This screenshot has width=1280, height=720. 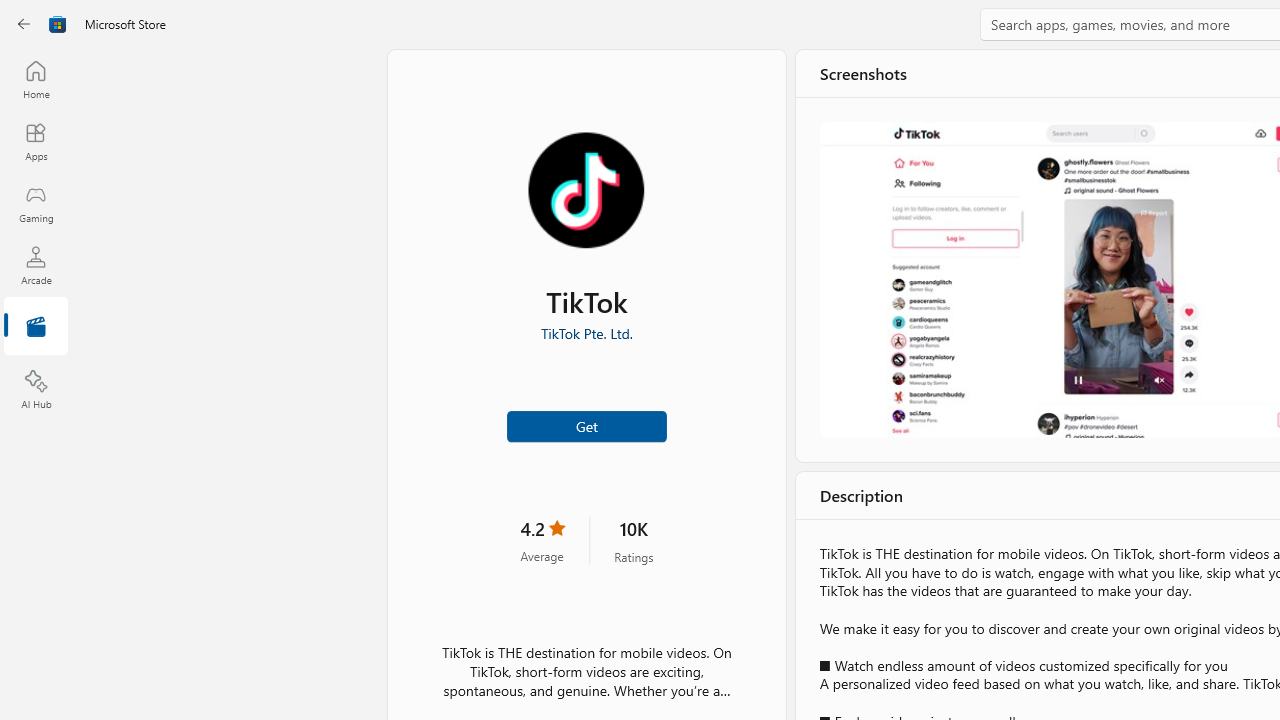 I want to click on 'AI Hub', so click(x=35, y=390).